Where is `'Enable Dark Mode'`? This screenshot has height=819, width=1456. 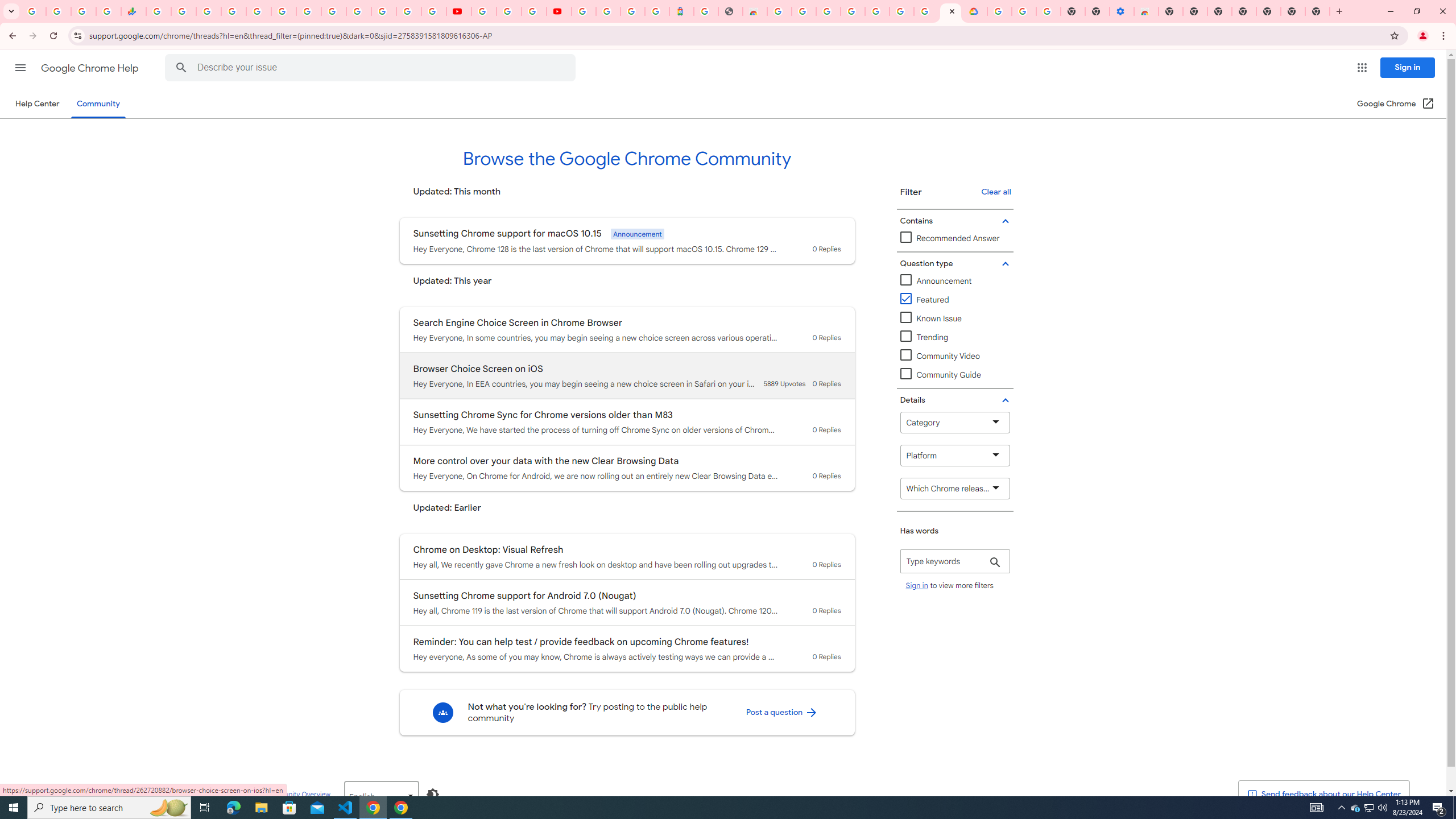 'Enable Dark Mode' is located at coordinates (433, 793).